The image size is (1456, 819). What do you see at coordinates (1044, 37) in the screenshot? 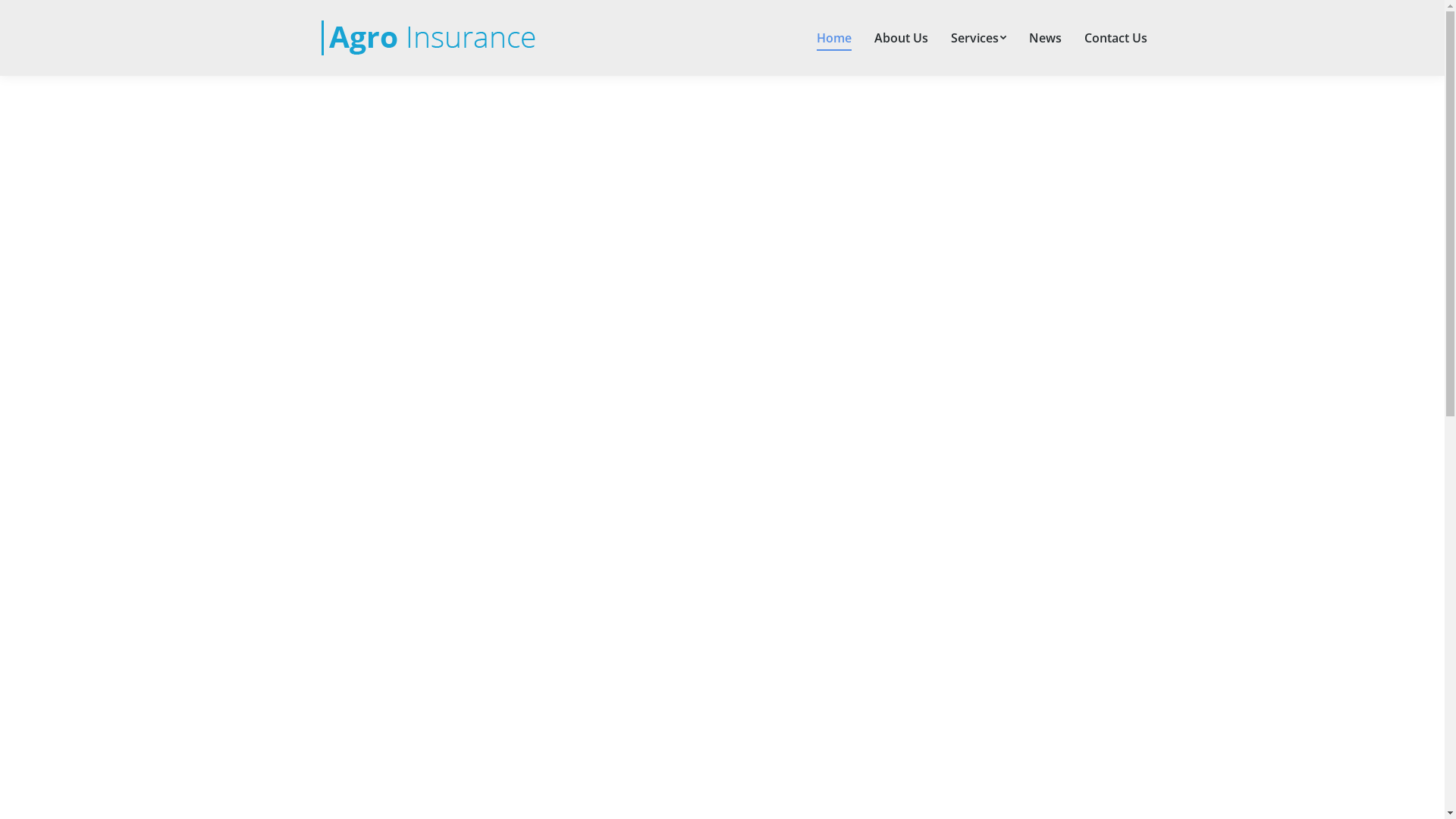
I see `'News'` at bounding box center [1044, 37].